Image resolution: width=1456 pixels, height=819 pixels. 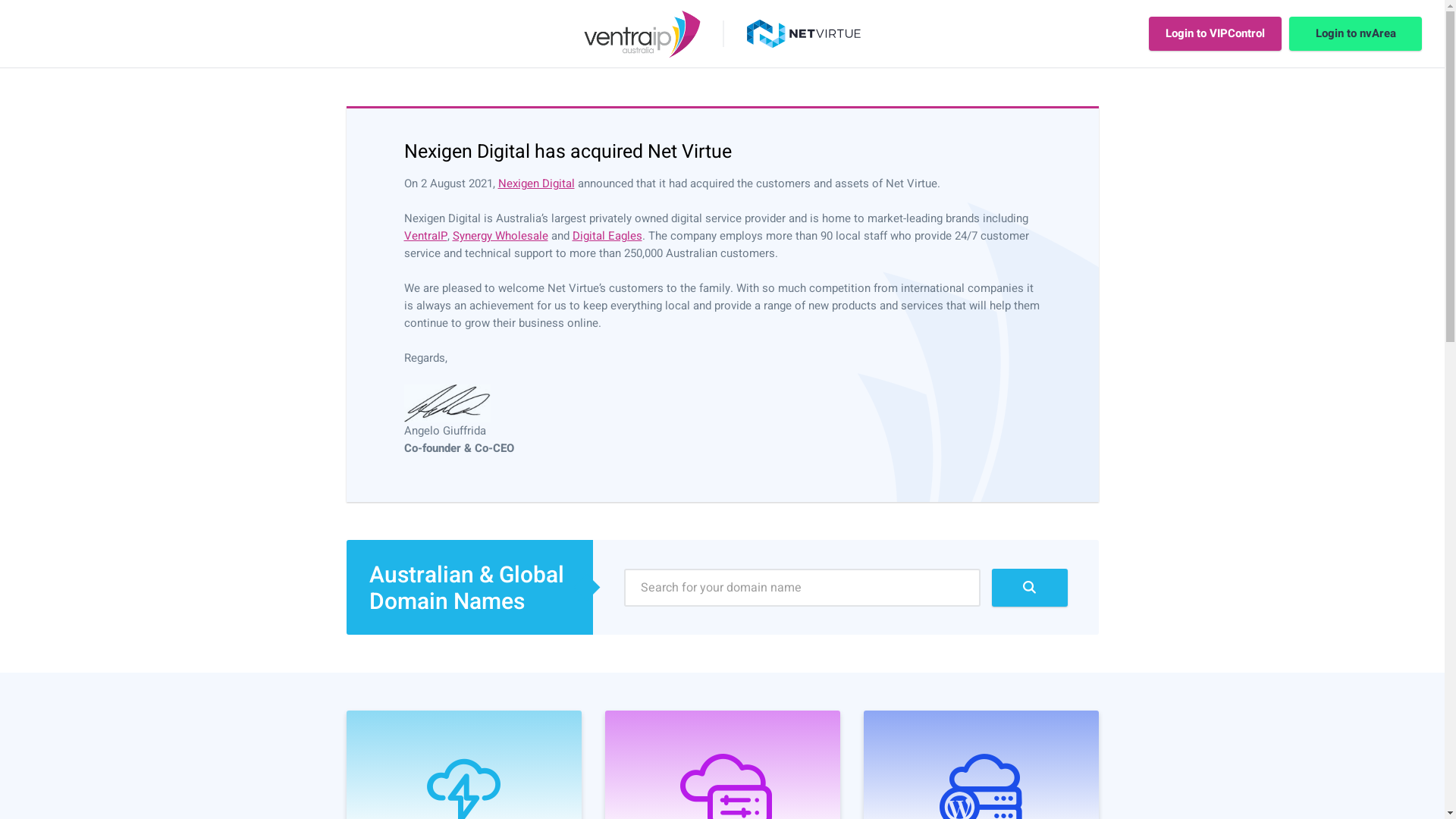 I want to click on 'Nexigen Digital', so click(x=497, y=183).